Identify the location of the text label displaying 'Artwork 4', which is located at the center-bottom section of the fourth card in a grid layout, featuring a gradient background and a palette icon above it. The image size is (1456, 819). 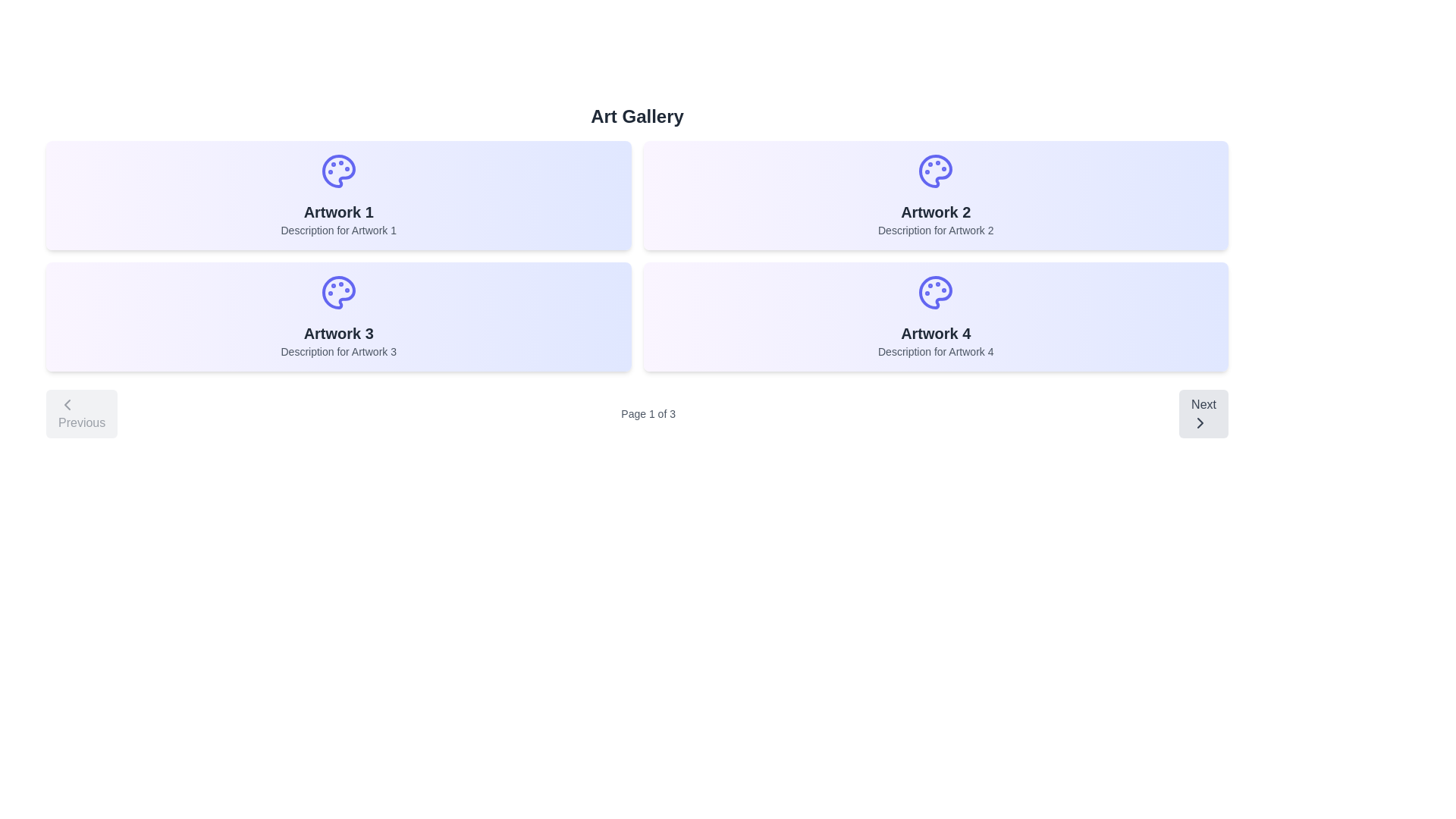
(935, 332).